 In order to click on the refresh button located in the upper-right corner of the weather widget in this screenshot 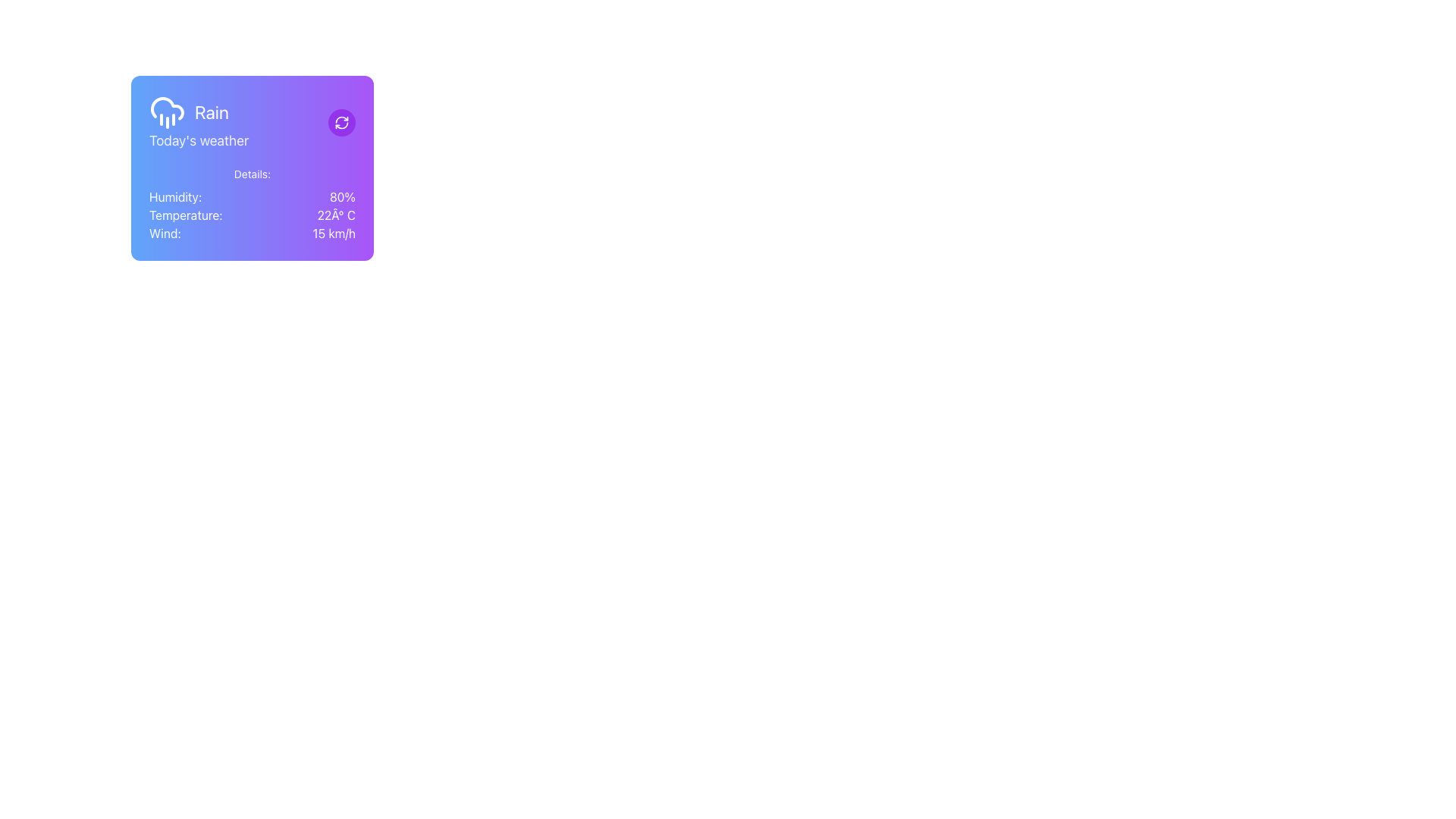, I will do `click(341, 122)`.